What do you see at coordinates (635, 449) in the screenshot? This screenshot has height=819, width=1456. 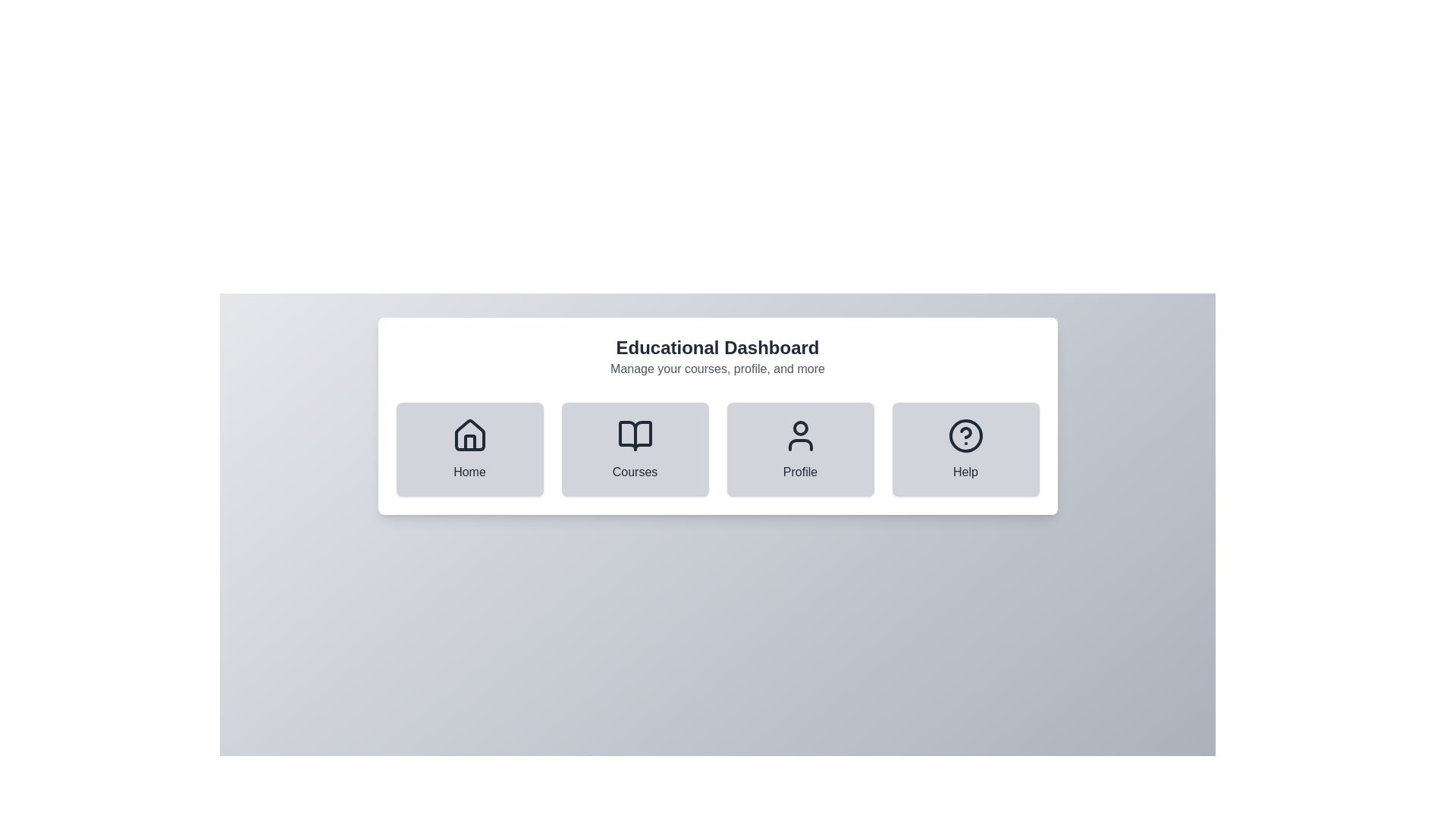 I see `the 'Courses' button, which is the second button in the grid layout with a grey background and an open book icon` at bounding box center [635, 449].